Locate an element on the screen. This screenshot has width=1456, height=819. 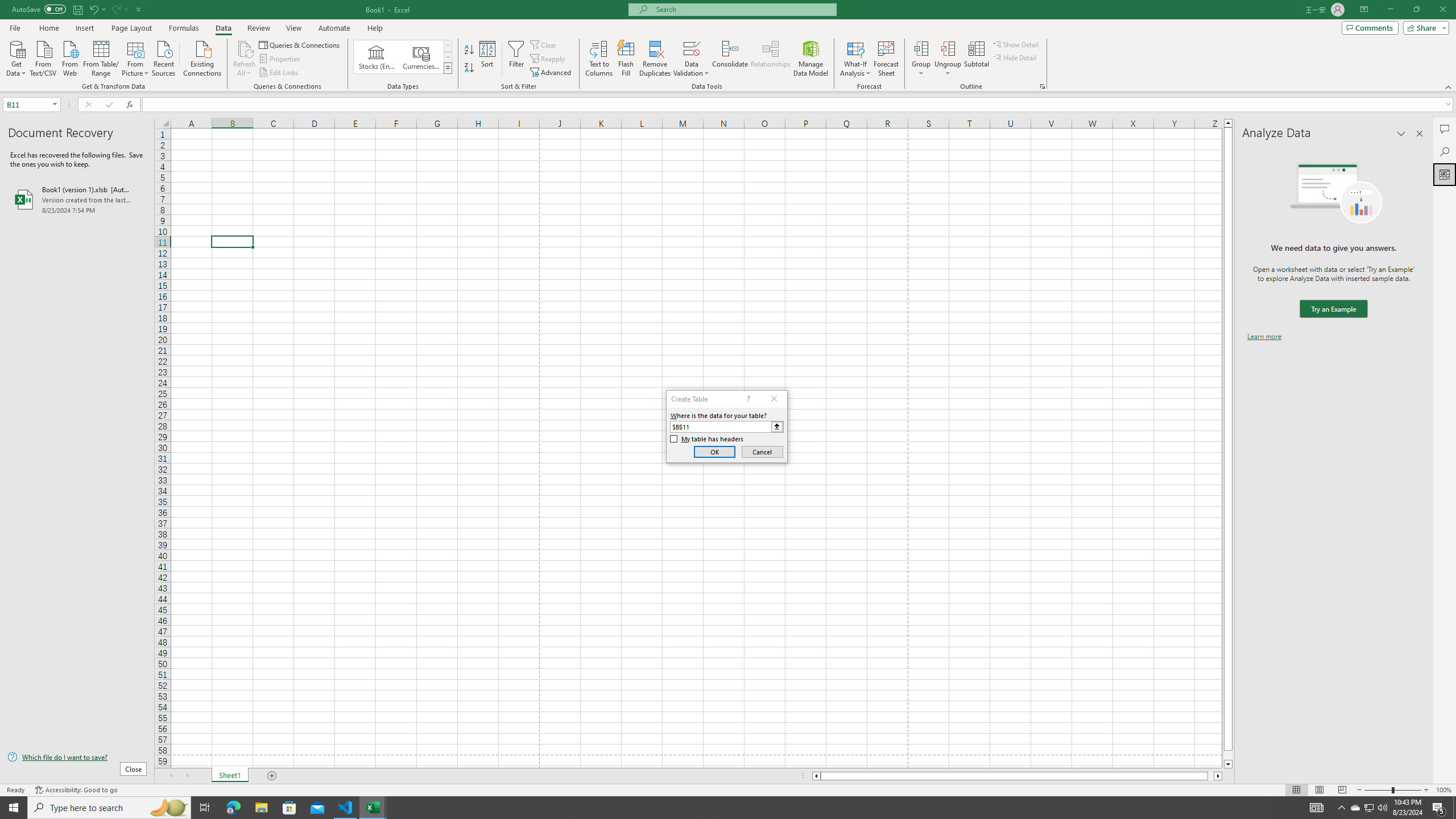
'Stocks (English)' is located at coordinates (375, 56).